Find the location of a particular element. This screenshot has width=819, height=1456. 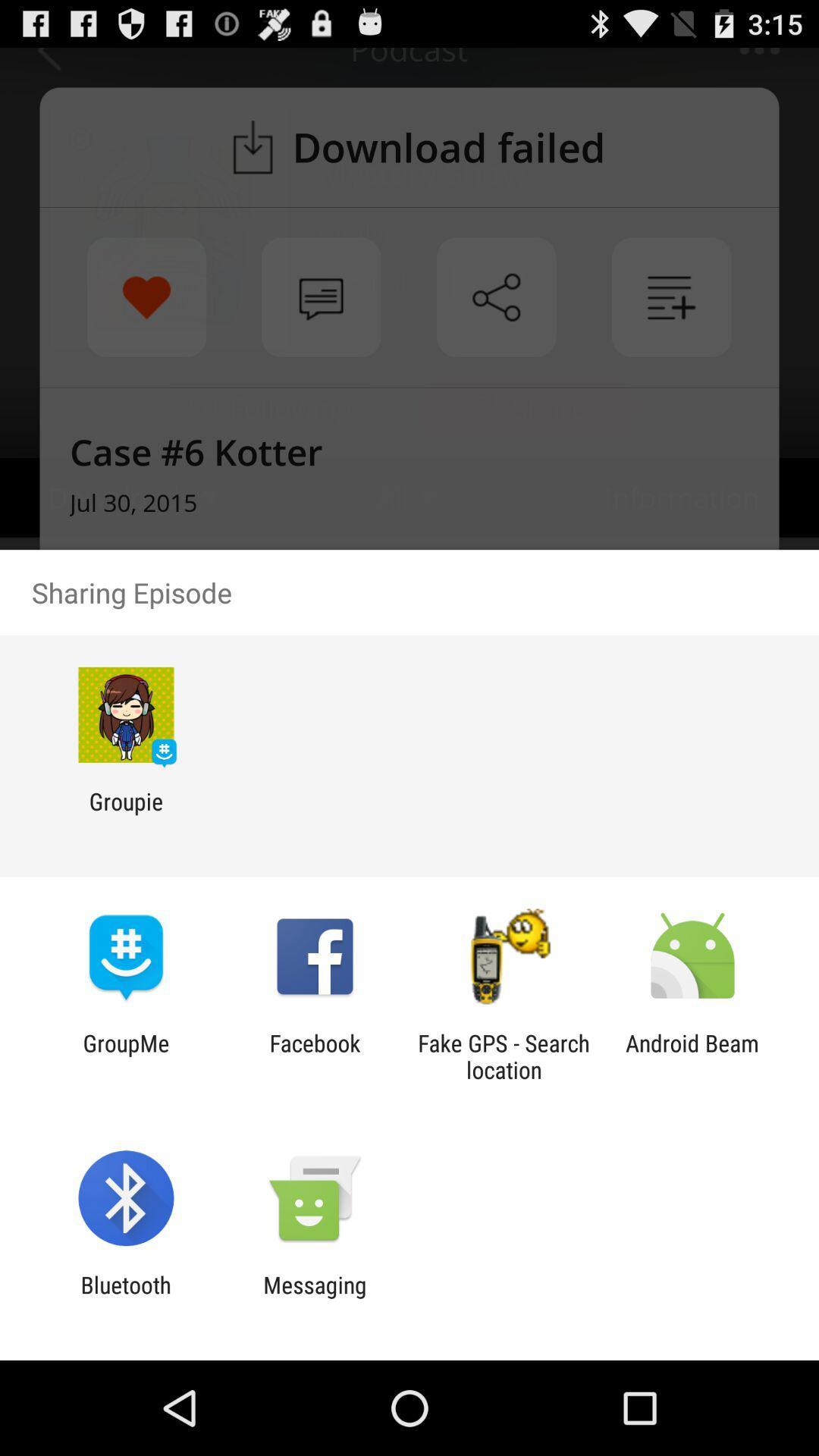

fake gps search item is located at coordinates (504, 1056).